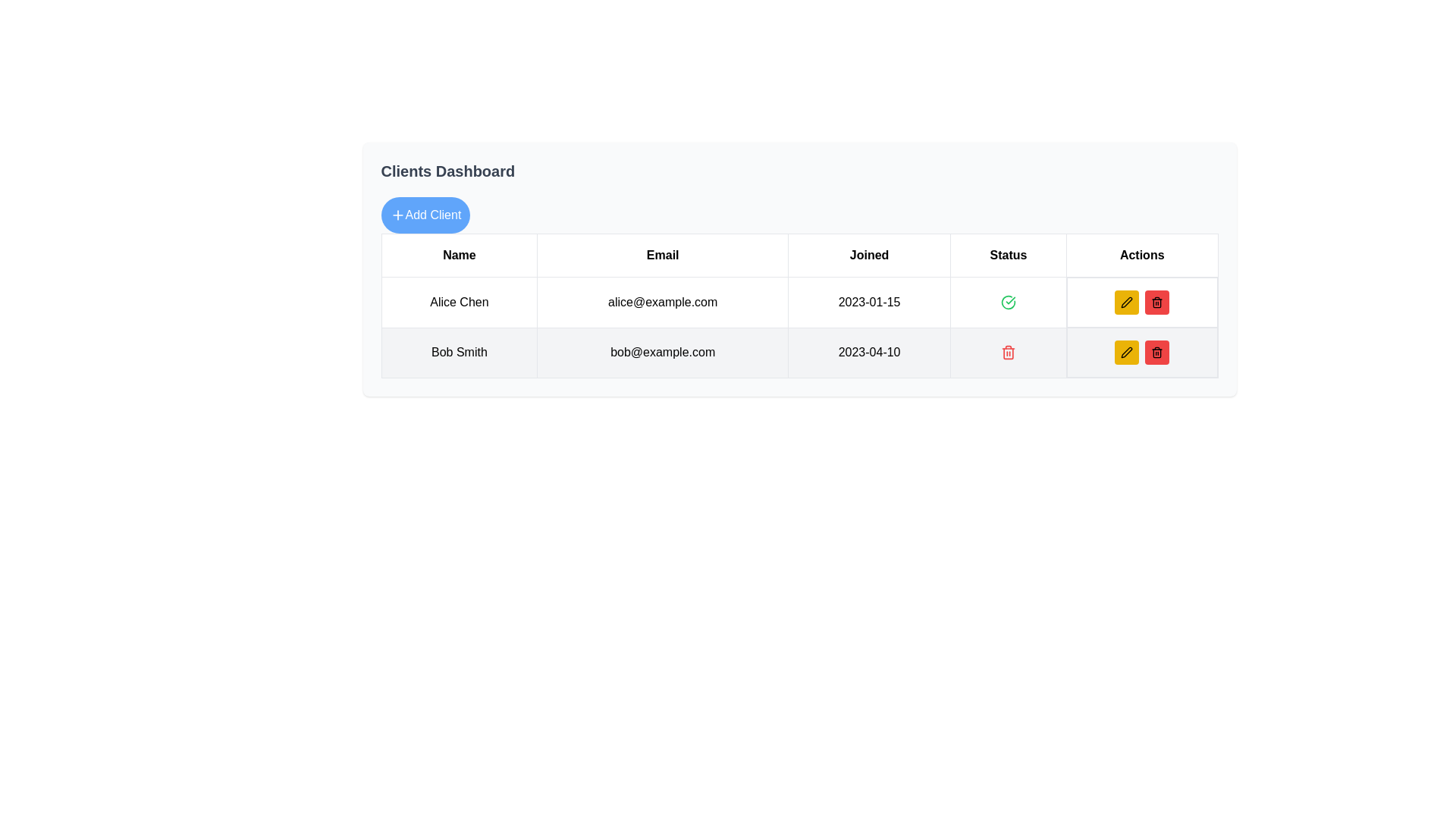 This screenshot has width=1456, height=819. I want to click on the 'Clients Dashboard' header text label that indicates the current section of the page, positioned above the '+ Add Client' button, so click(447, 171).